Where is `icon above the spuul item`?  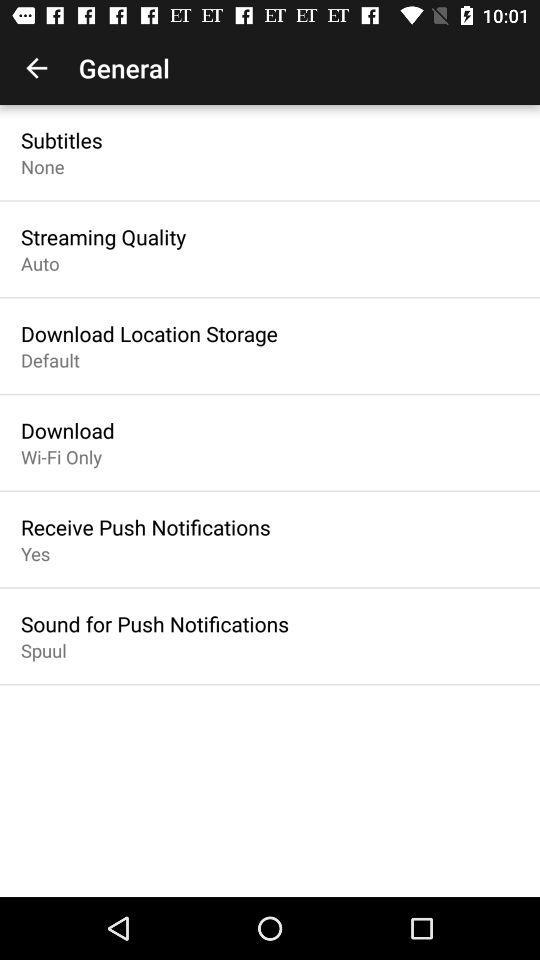
icon above the spuul item is located at coordinates (154, 623).